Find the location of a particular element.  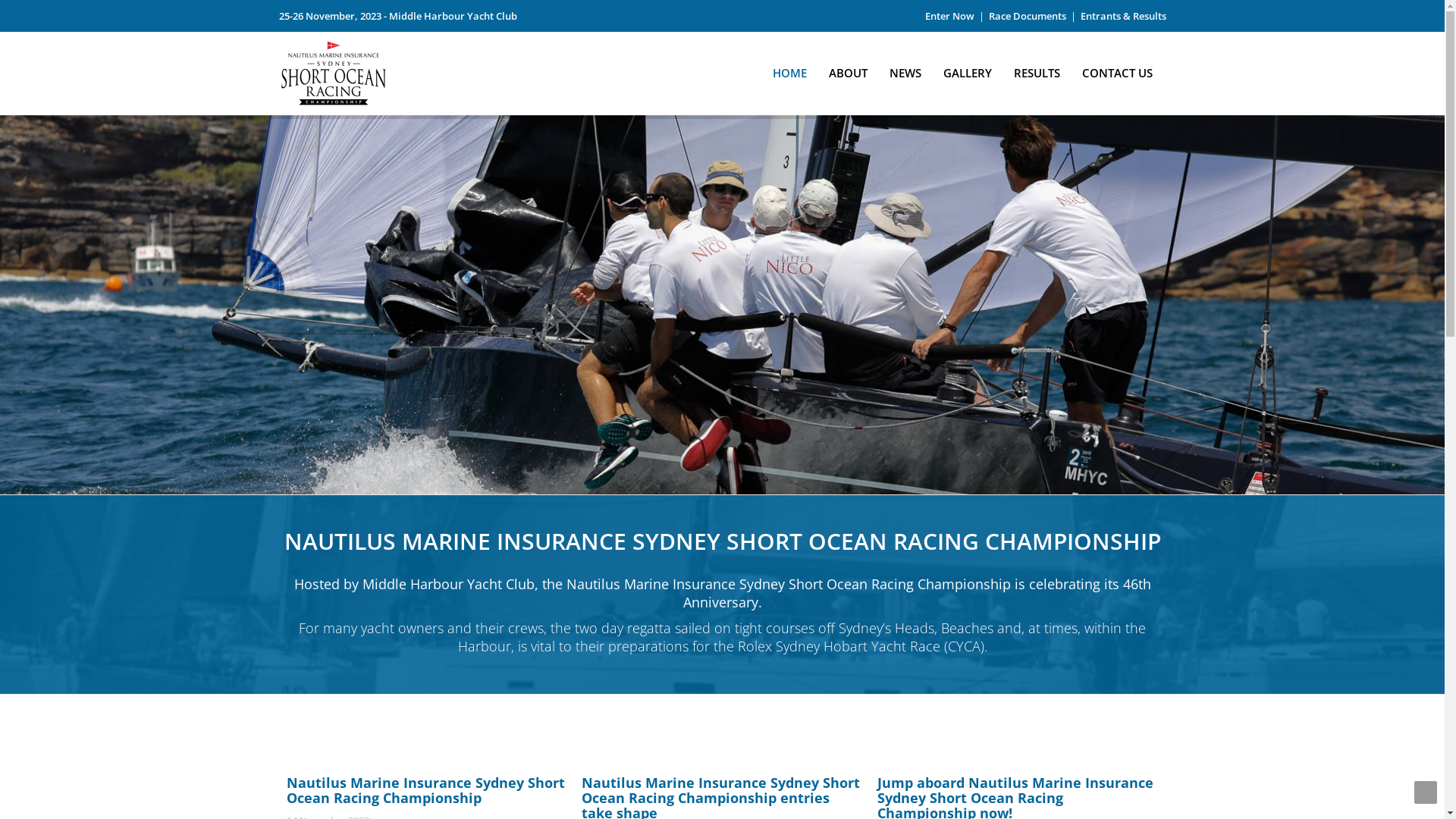

'RESULTS' is located at coordinates (1036, 68).